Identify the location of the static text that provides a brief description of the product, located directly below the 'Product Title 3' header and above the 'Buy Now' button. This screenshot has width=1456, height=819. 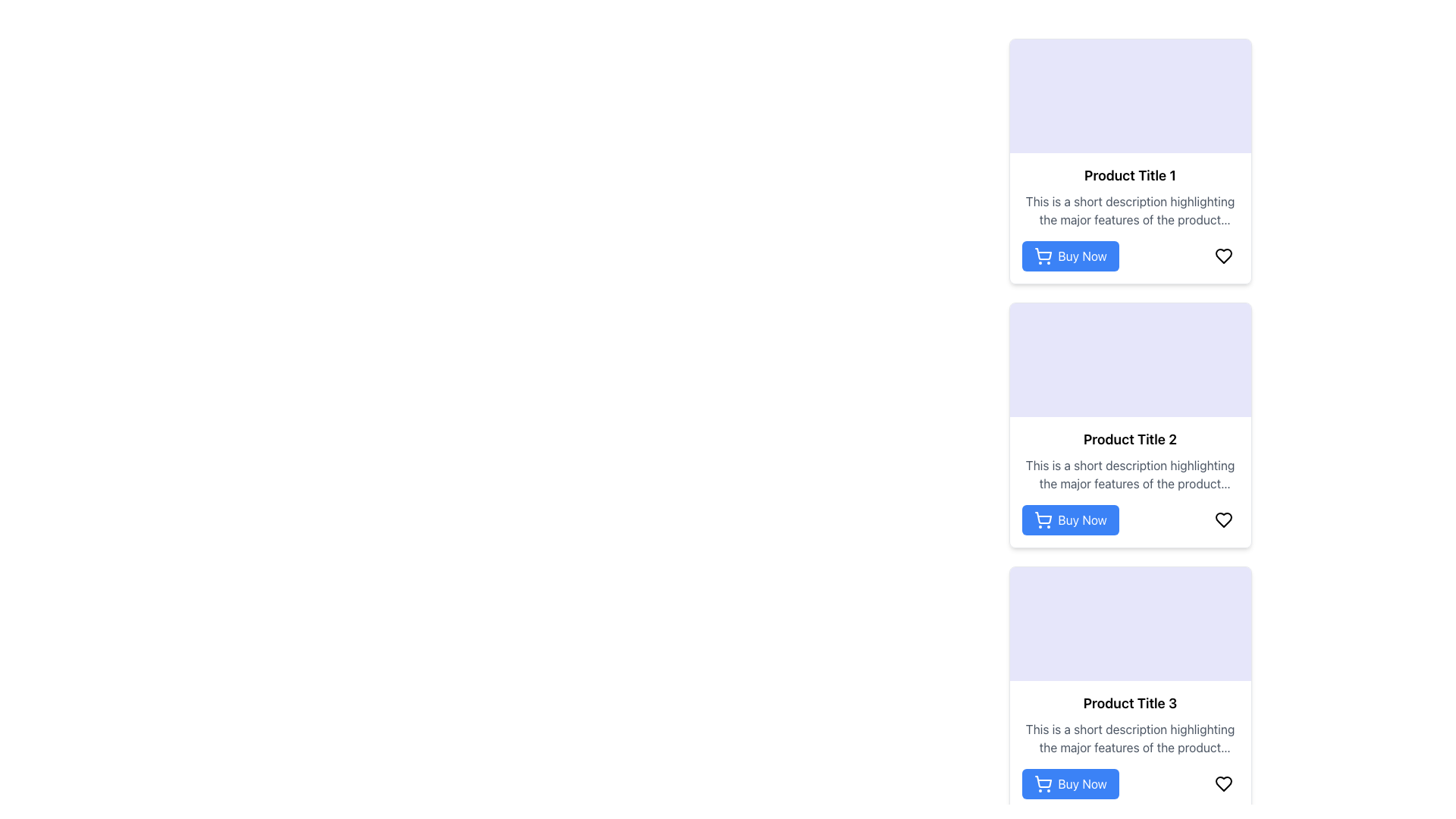
(1130, 738).